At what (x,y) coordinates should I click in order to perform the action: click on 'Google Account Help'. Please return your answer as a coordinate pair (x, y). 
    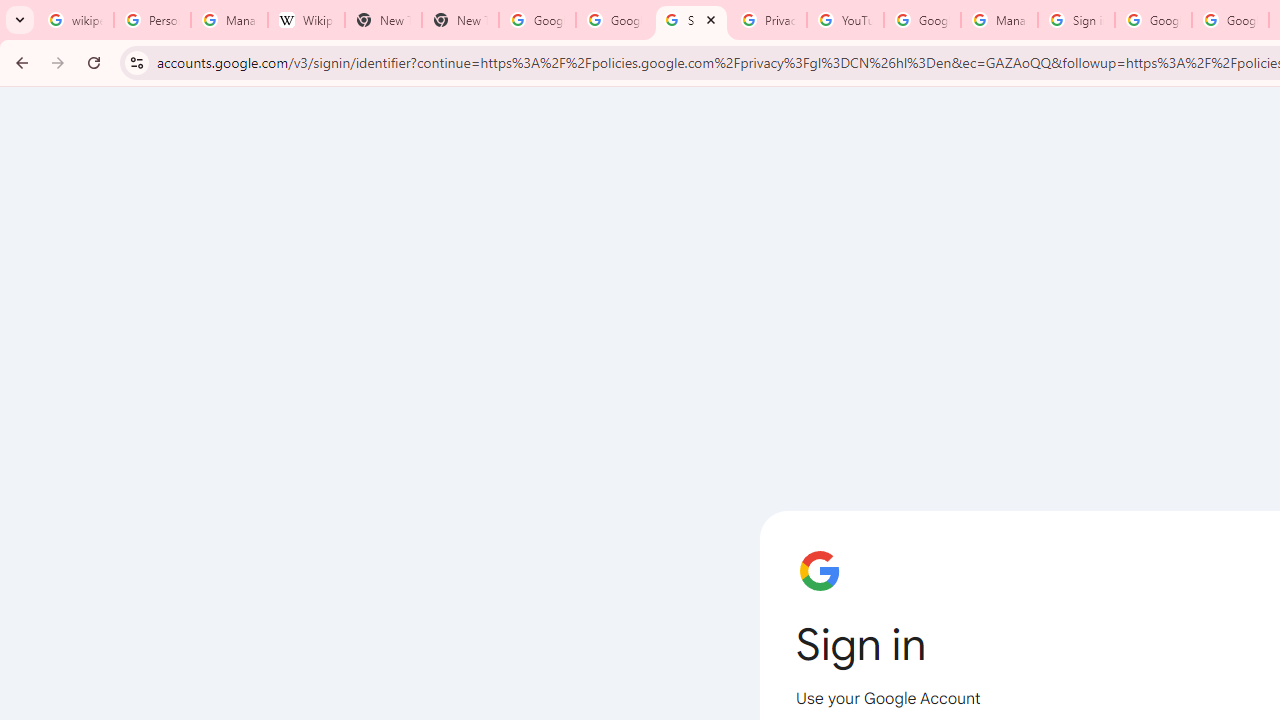
    Looking at the image, I should click on (921, 20).